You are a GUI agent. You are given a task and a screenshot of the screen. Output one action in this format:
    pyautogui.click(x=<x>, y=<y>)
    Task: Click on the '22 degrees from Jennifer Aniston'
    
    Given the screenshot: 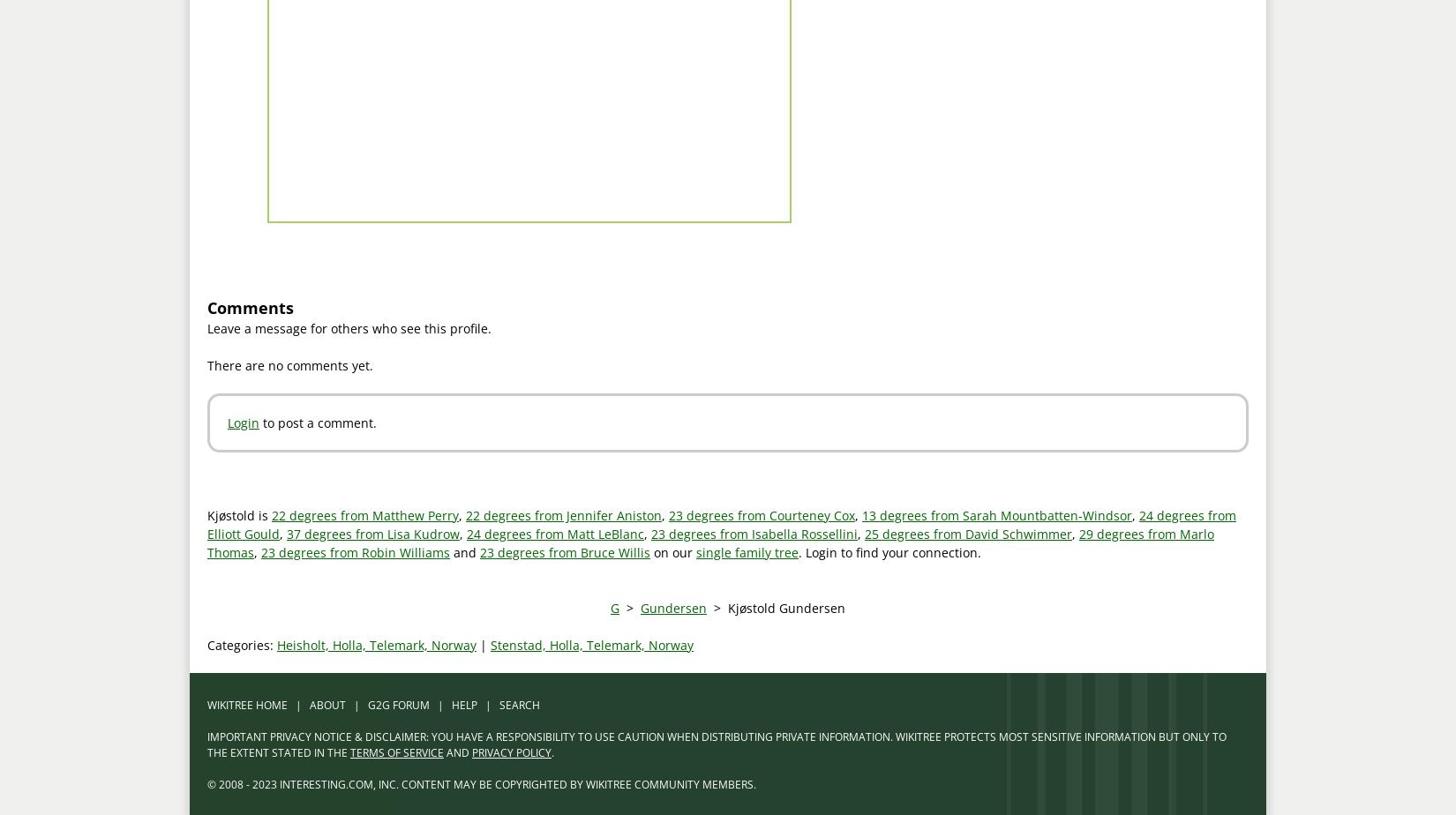 What is the action you would take?
    pyautogui.click(x=465, y=514)
    